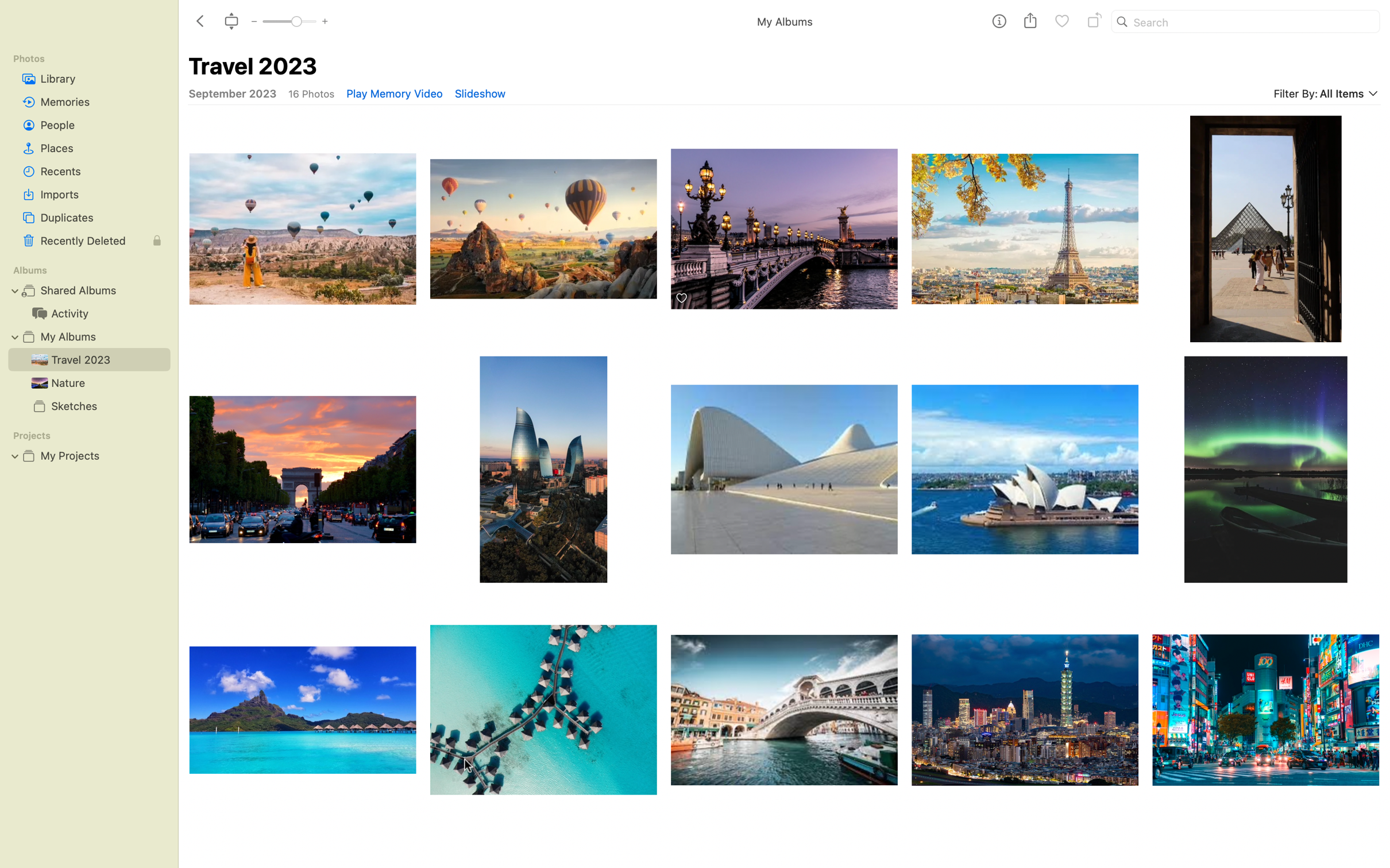 This screenshot has height=868, width=1390. Describe the element at coordinates (300, 470) in the screenshot. I see `Turn the Arc de Triomphe picture thrice clockwise` at that location.